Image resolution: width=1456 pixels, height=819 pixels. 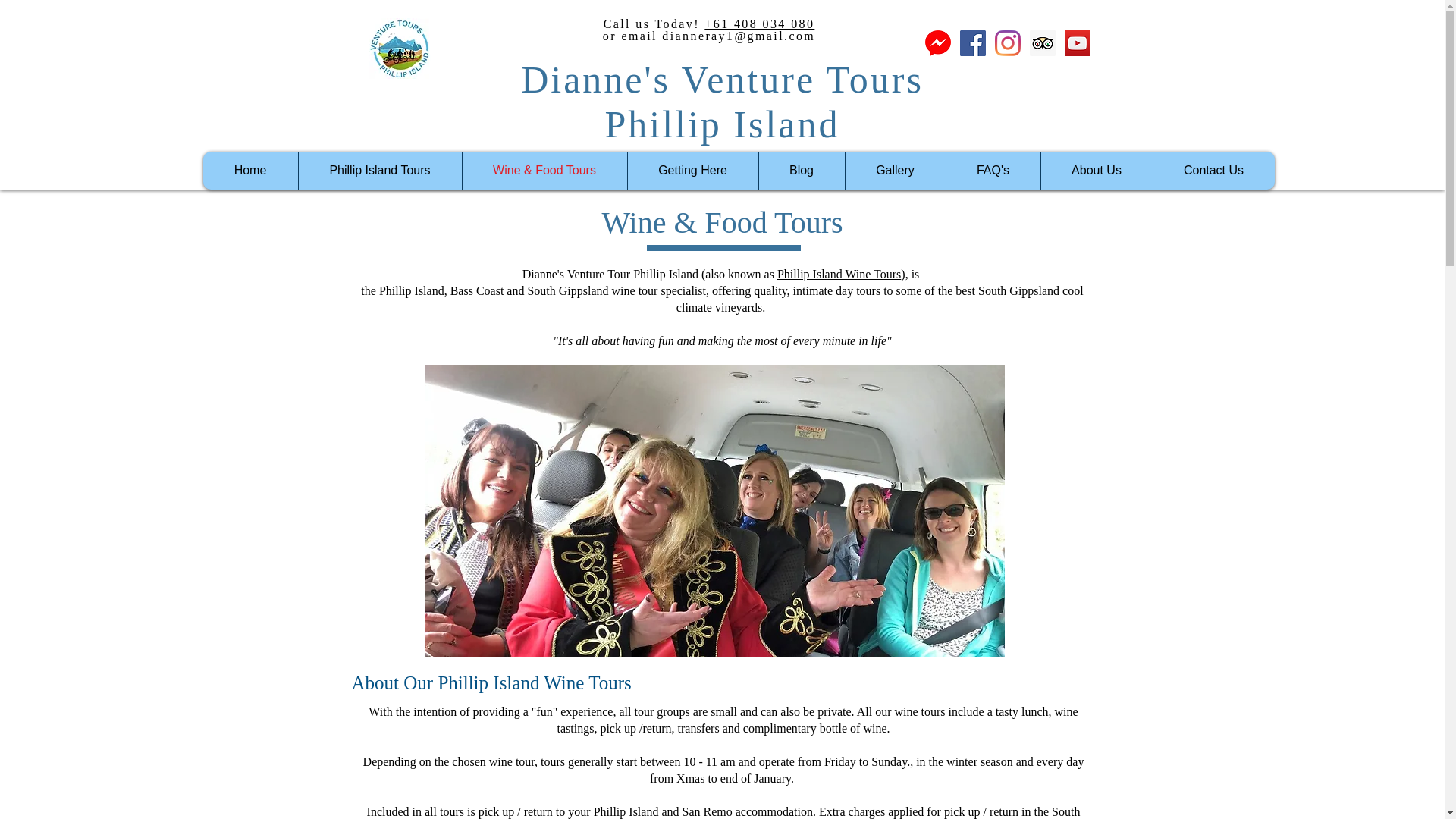 What do you see at coordinates (543, 170) in the screenshot?
I see `'Wine & Food Tours'` at bounding box center [543, 170].